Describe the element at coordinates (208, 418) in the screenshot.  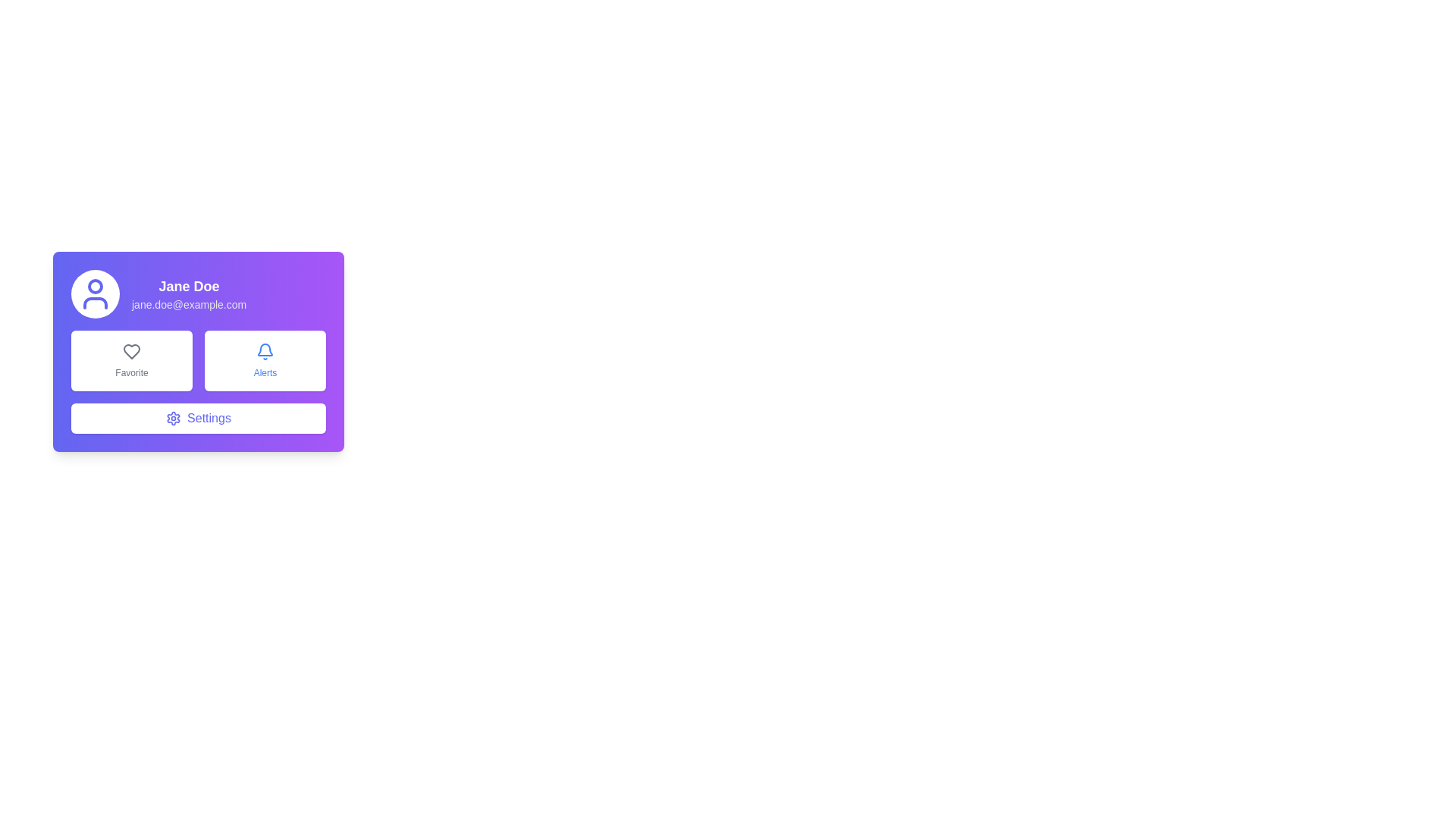
I see `the text label located to the right of the gear icon within the settings button on the profile card interface` at that location.